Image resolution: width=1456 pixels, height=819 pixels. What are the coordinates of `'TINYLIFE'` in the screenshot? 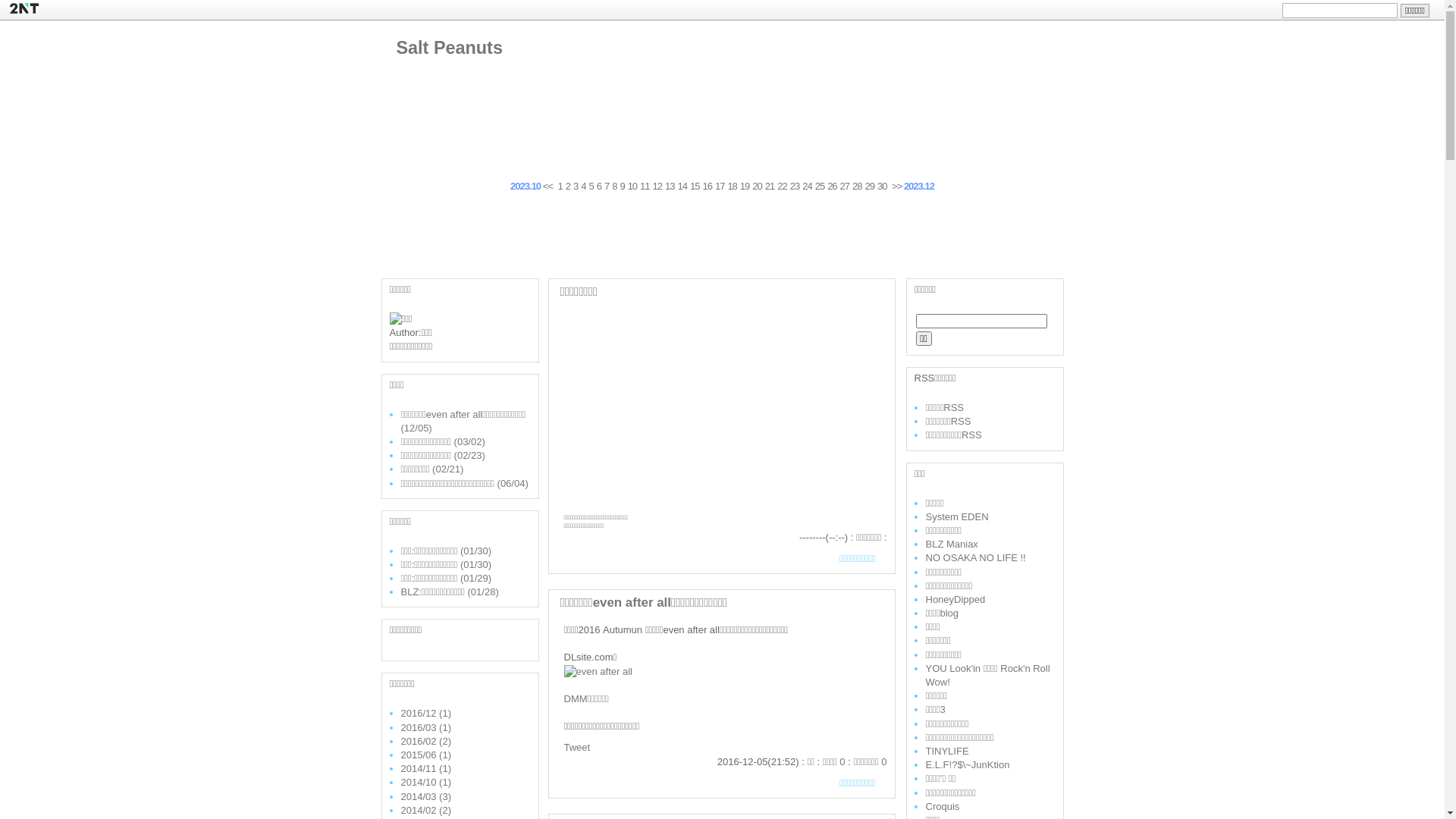 It's located at (946, 751).